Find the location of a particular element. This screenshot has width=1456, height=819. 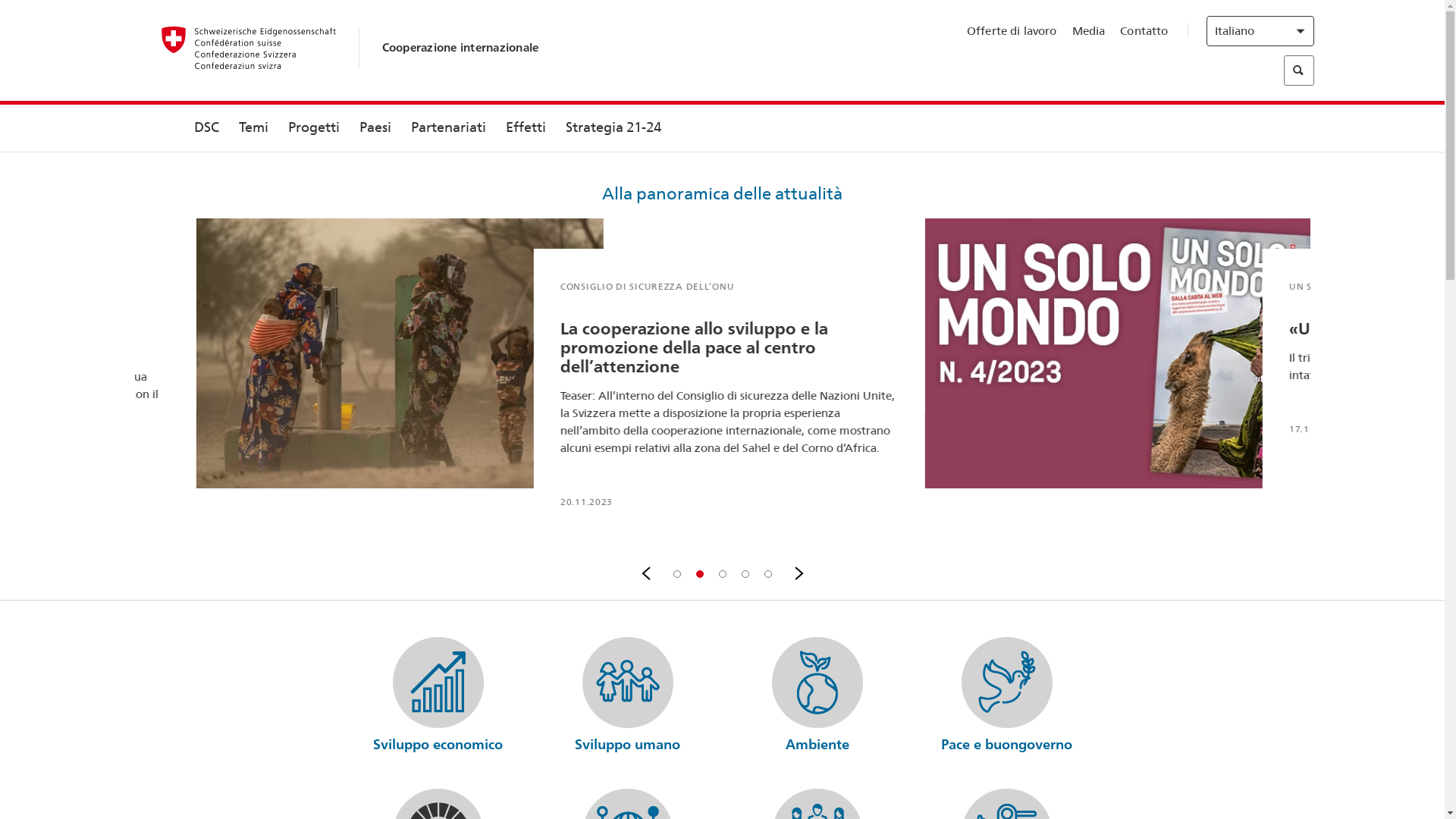

'Cooperazione internazionale' is located at coordinates (460, 46).